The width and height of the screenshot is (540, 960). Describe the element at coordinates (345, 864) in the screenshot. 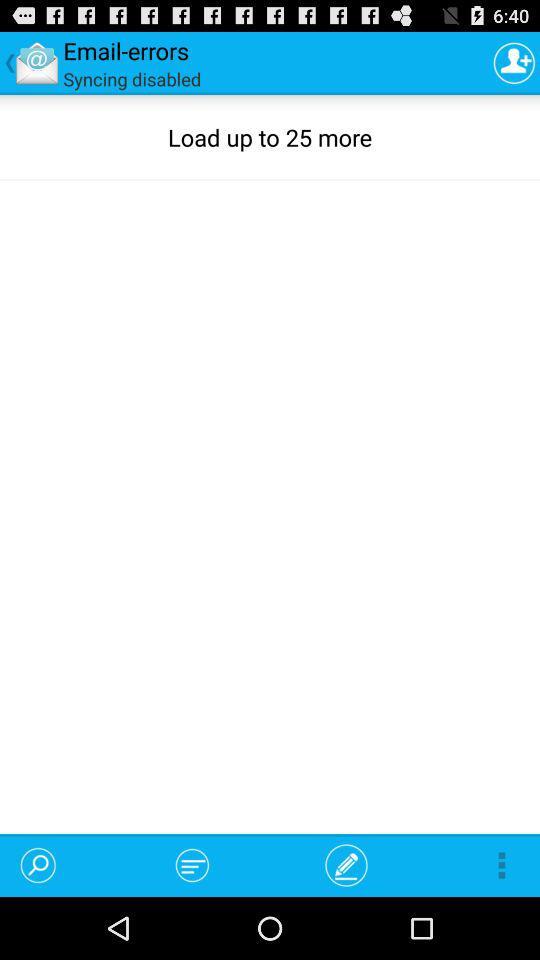

I see `app below load up to item` at that location.